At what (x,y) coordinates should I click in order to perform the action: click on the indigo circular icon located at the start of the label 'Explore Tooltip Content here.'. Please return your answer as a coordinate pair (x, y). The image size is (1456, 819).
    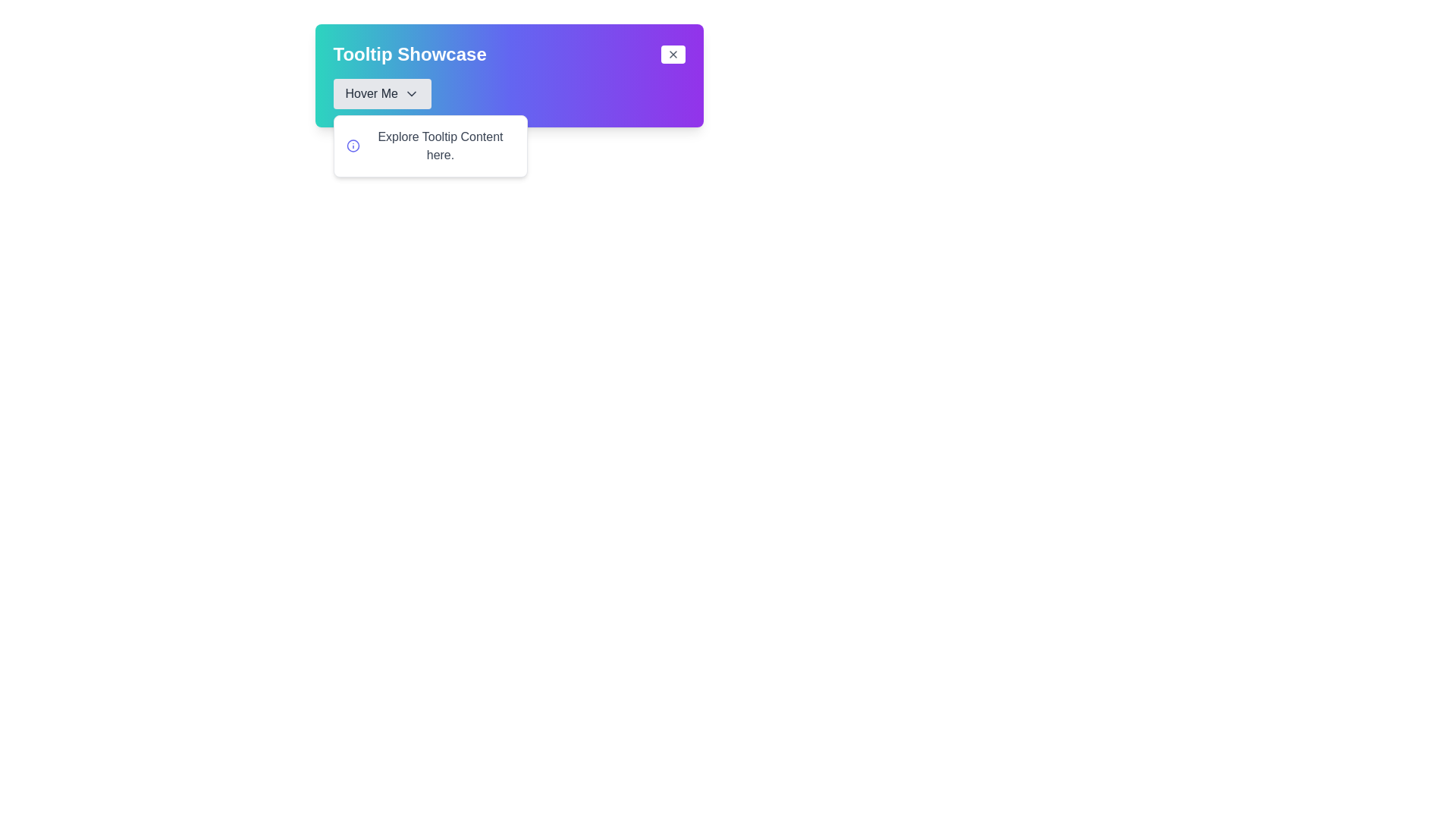
    Looking at the image, I should click on (352, 146).